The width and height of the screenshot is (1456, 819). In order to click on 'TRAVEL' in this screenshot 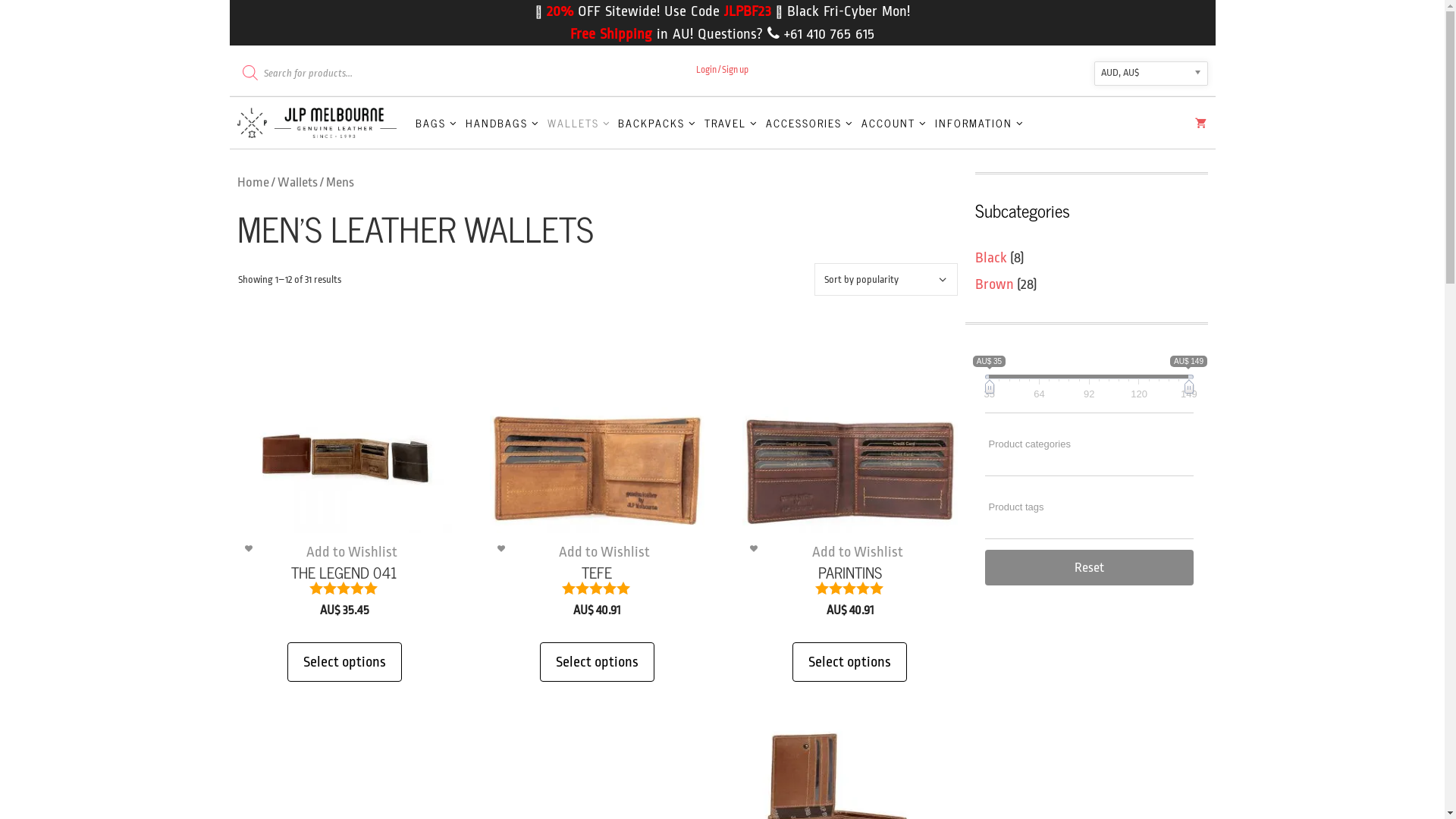, I will do `click(731, 122)`.